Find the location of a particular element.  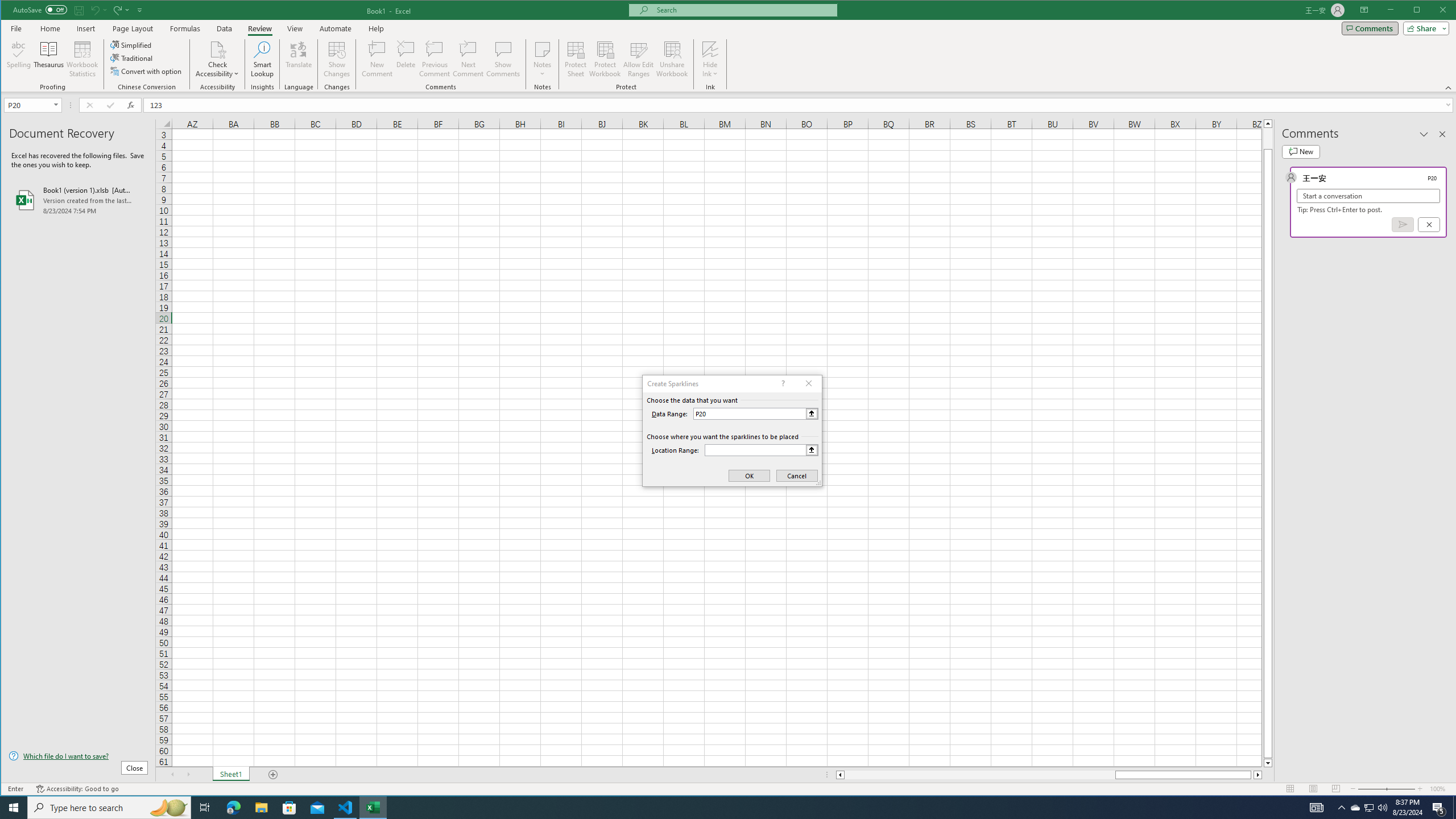

'Add Sheet' is located at coordinates (273, 775).